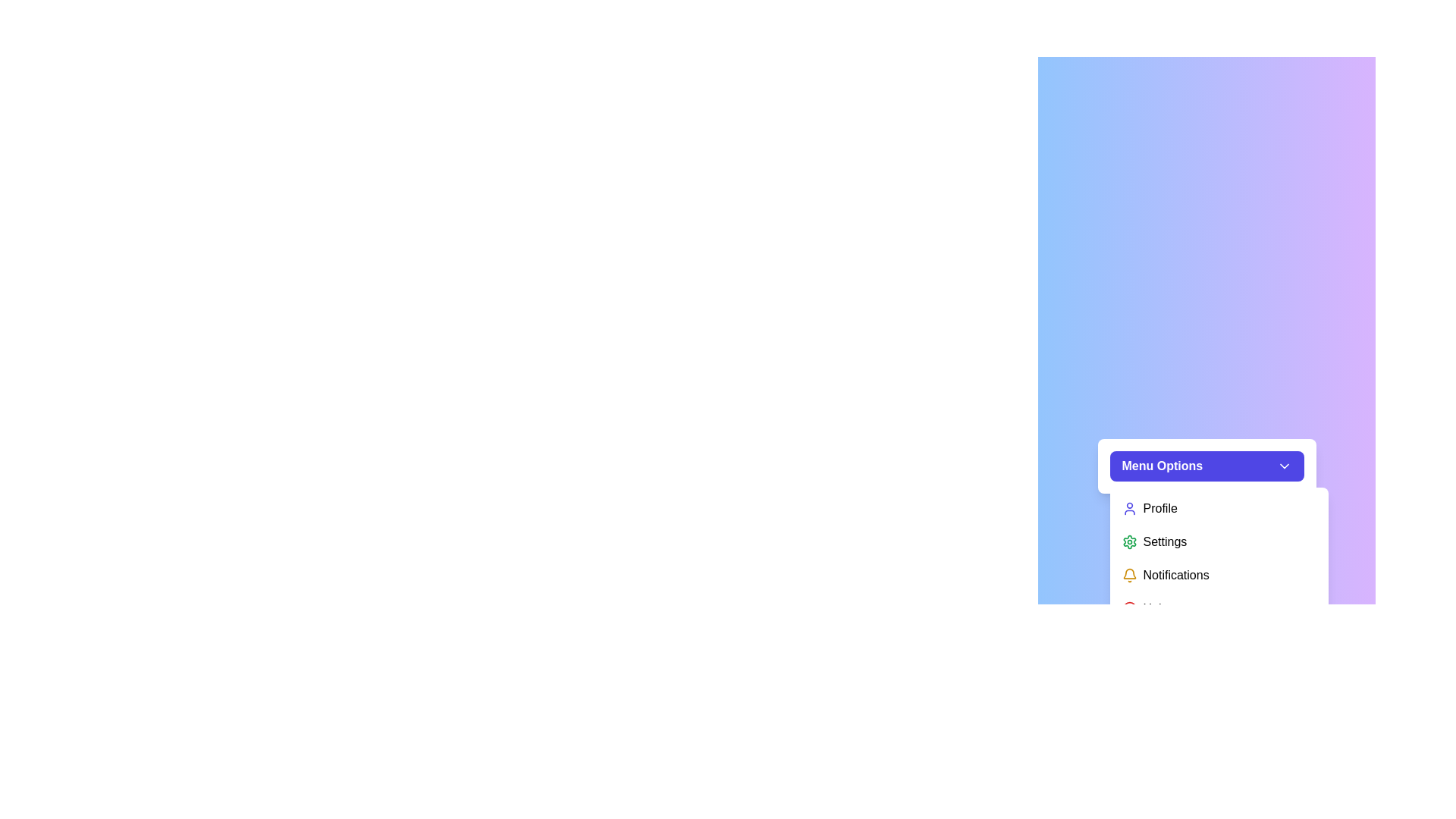 This screenshot has height=819, width=1456. Describe the element at coordinates (1219, 607) in the screenshot. I see `the 'Help' menu item located at the bottom of the dropdown menu` at that location.